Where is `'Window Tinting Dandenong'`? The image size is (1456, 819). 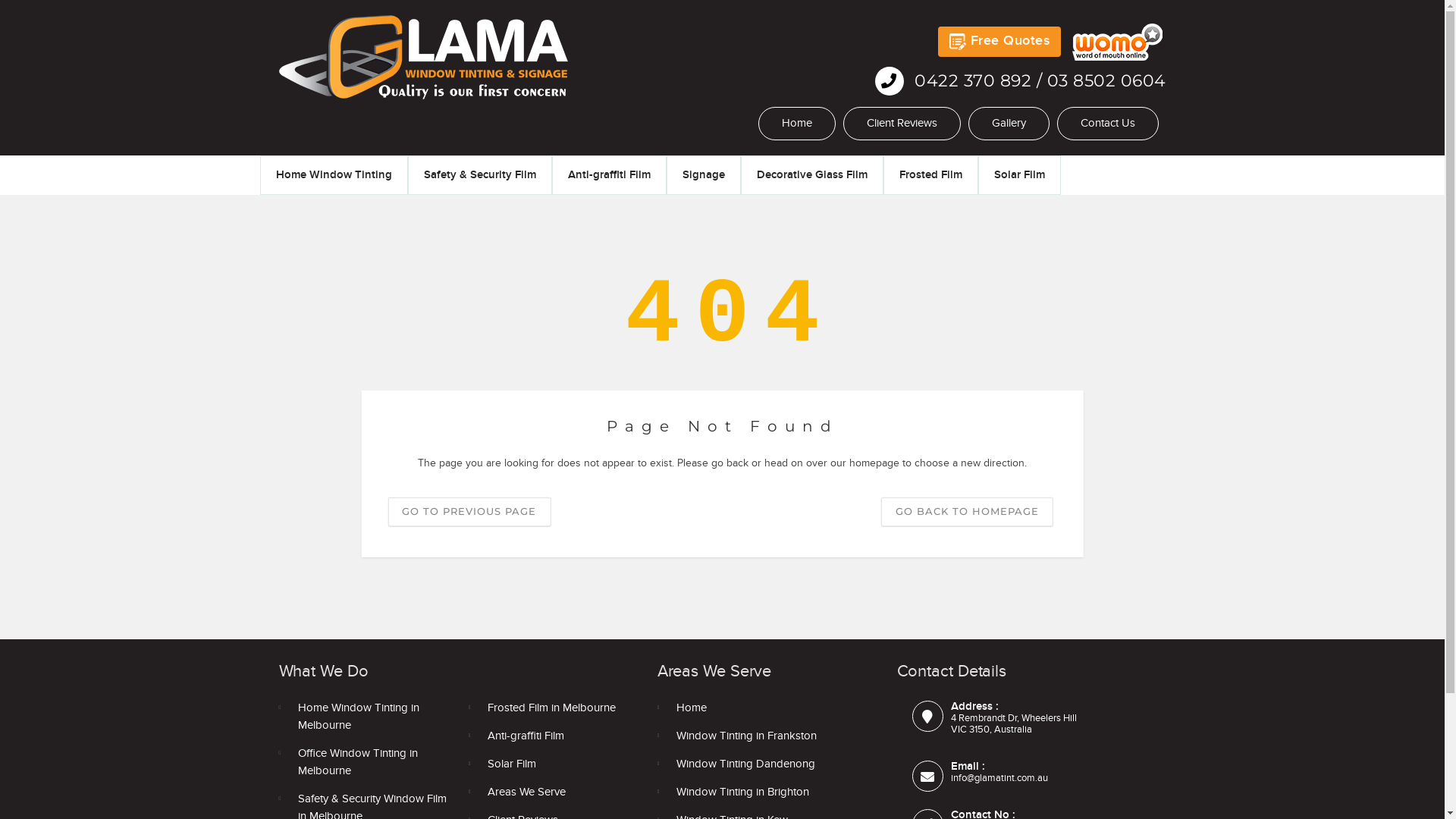
'Window Tinting Dandenong' is located at coordinates (657, 765).